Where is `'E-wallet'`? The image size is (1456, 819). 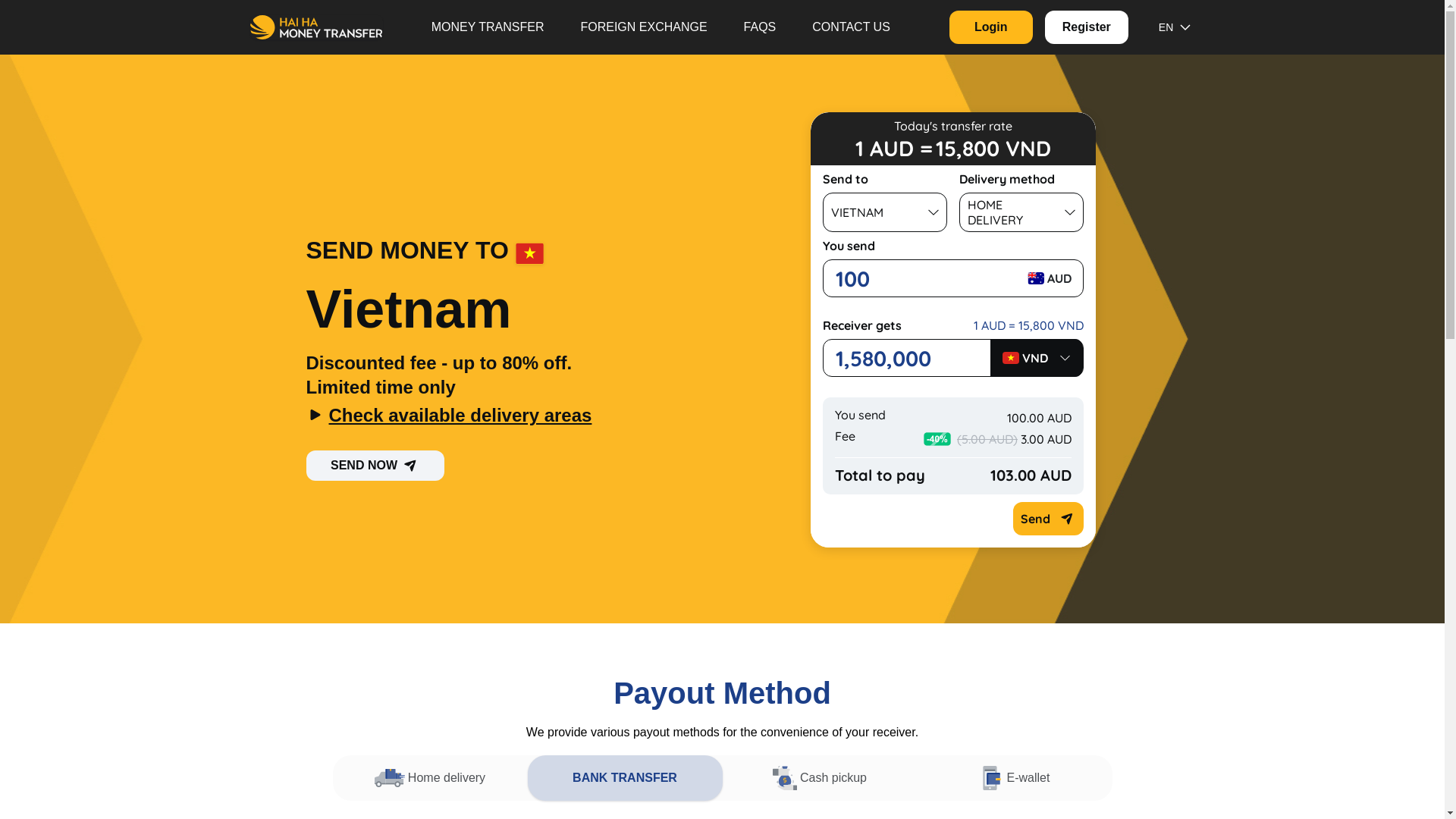
'E-wallet' is located at coordinates (1015, 778).